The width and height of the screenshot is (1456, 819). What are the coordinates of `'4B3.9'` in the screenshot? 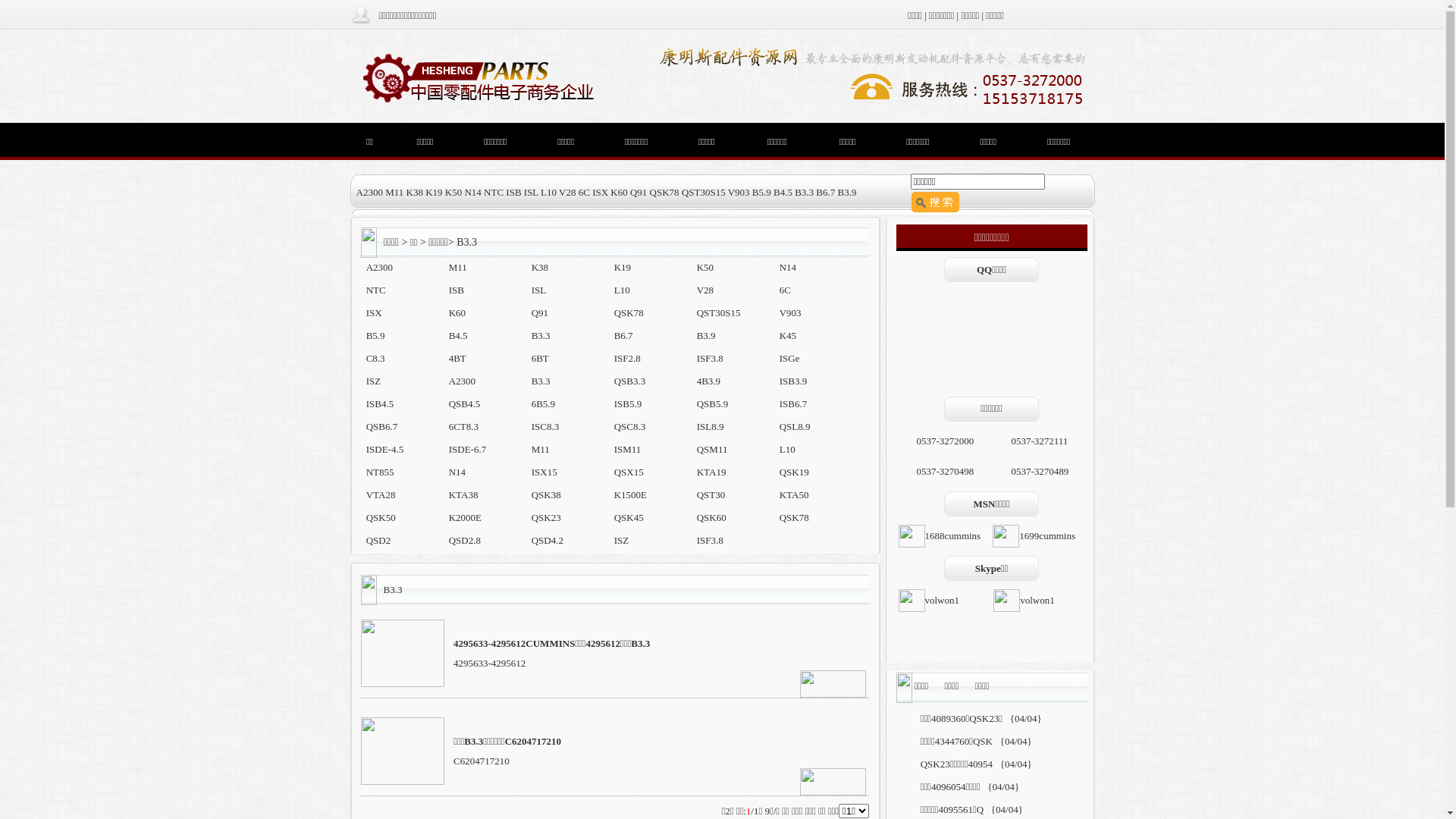 It's located at (695, 380).